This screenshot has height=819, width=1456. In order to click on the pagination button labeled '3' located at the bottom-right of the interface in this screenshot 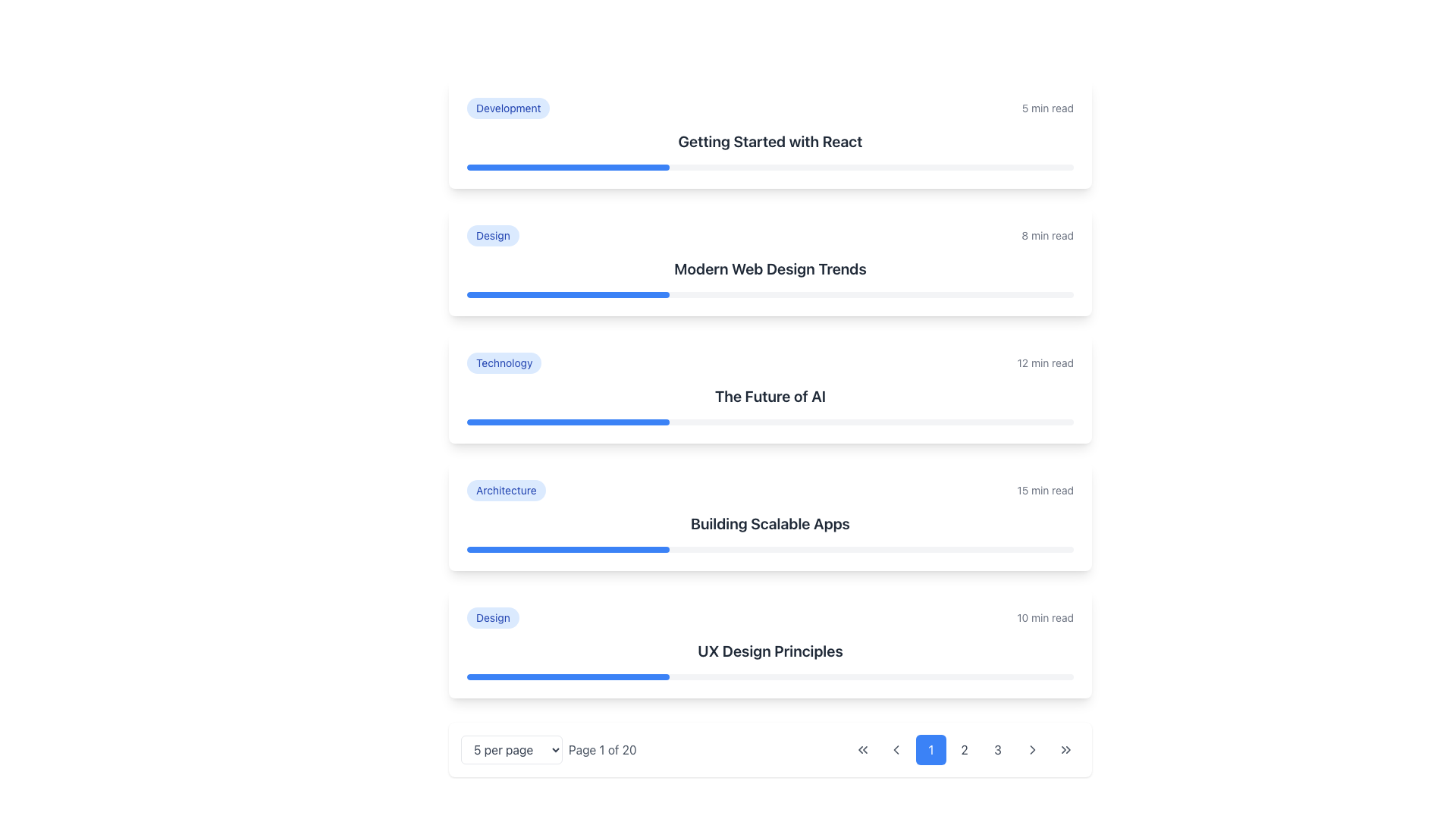, I will do `click(997, 748)`.